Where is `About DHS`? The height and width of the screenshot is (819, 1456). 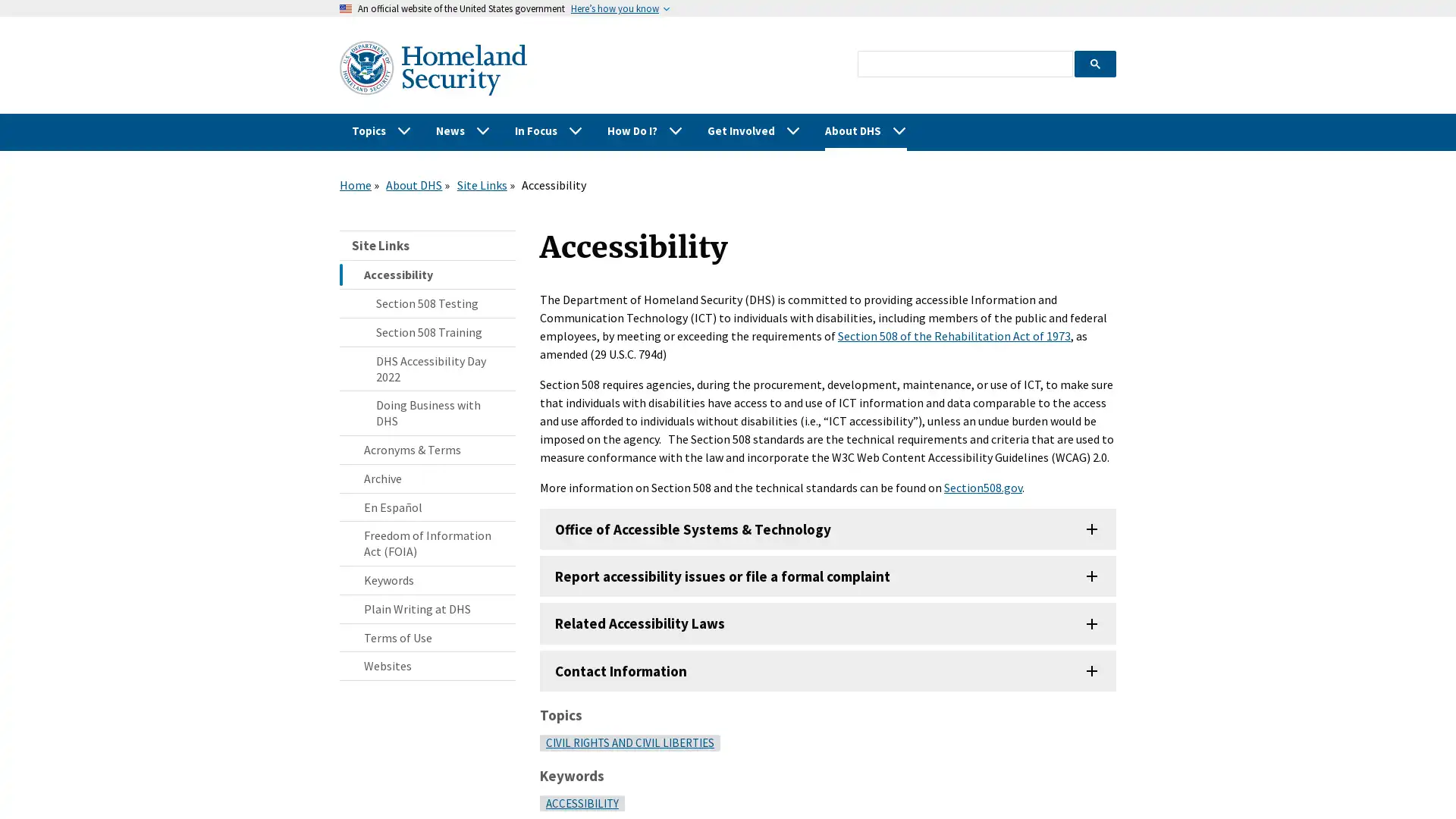 About DHS is located at coordinates (866, 130).